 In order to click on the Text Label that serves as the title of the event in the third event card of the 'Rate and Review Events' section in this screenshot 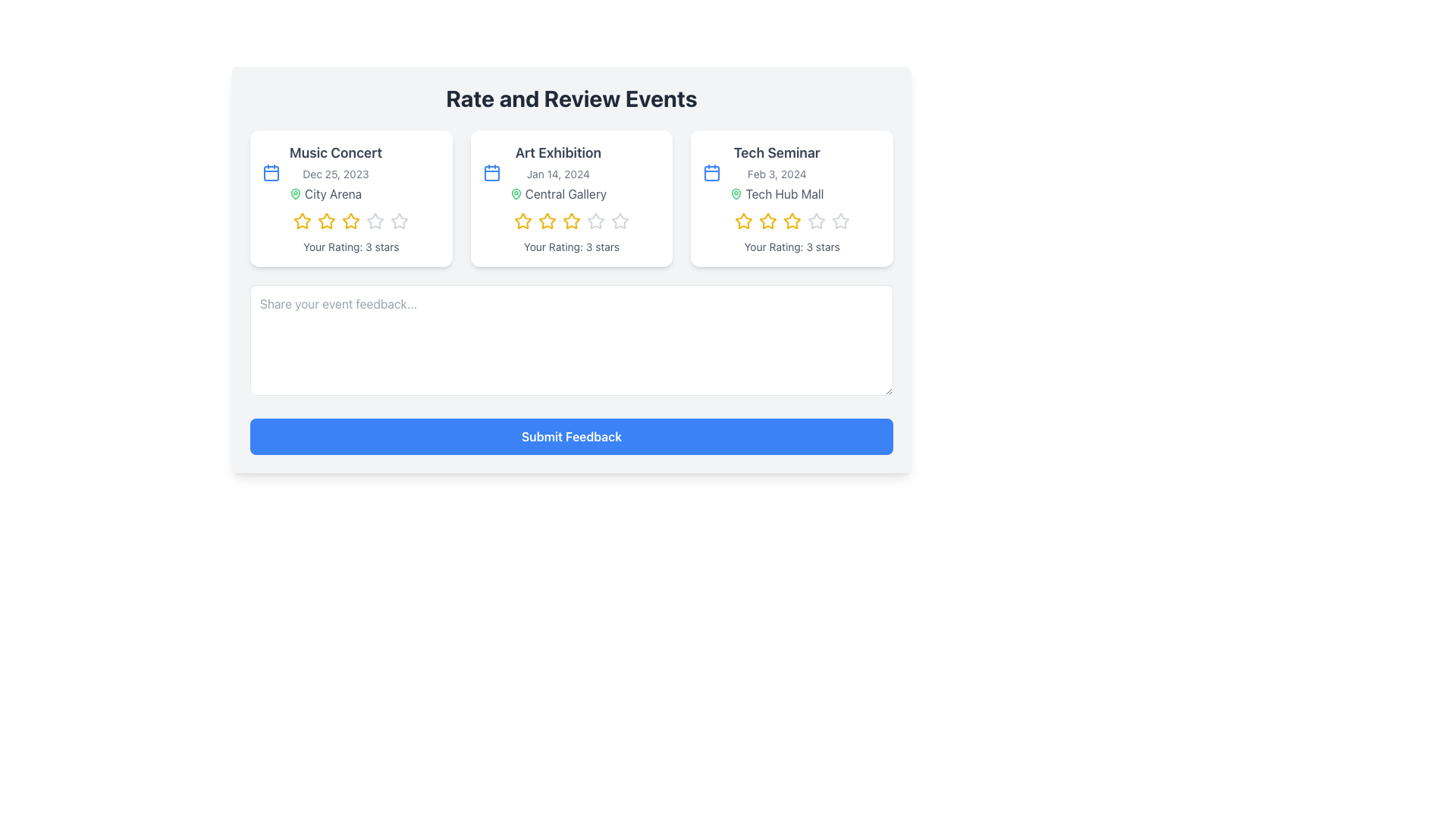, I will do `click(777, 152)`.